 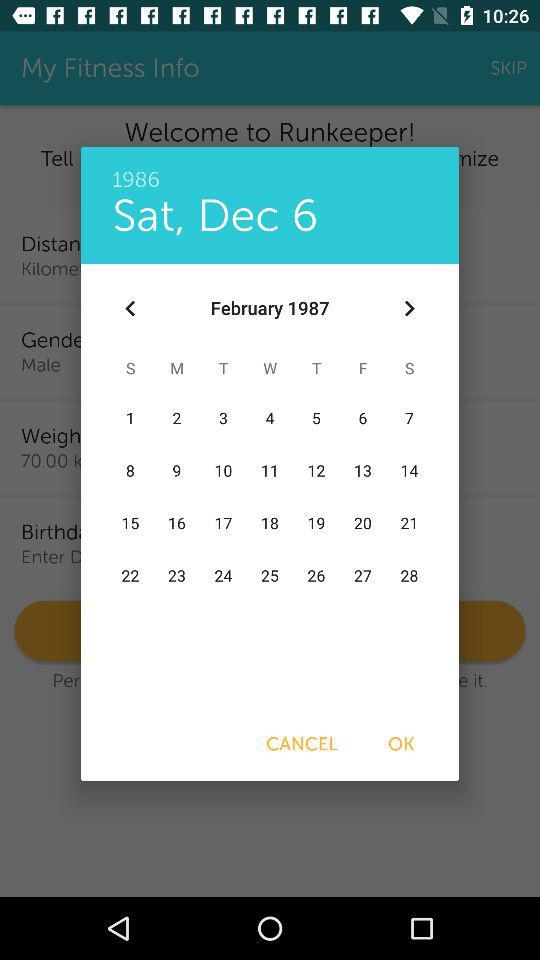 What do you see at coordinates (270, 168) in the screenshot?
I see `the icon above sat, dec 6 icon` at bounding box center [270, 168].